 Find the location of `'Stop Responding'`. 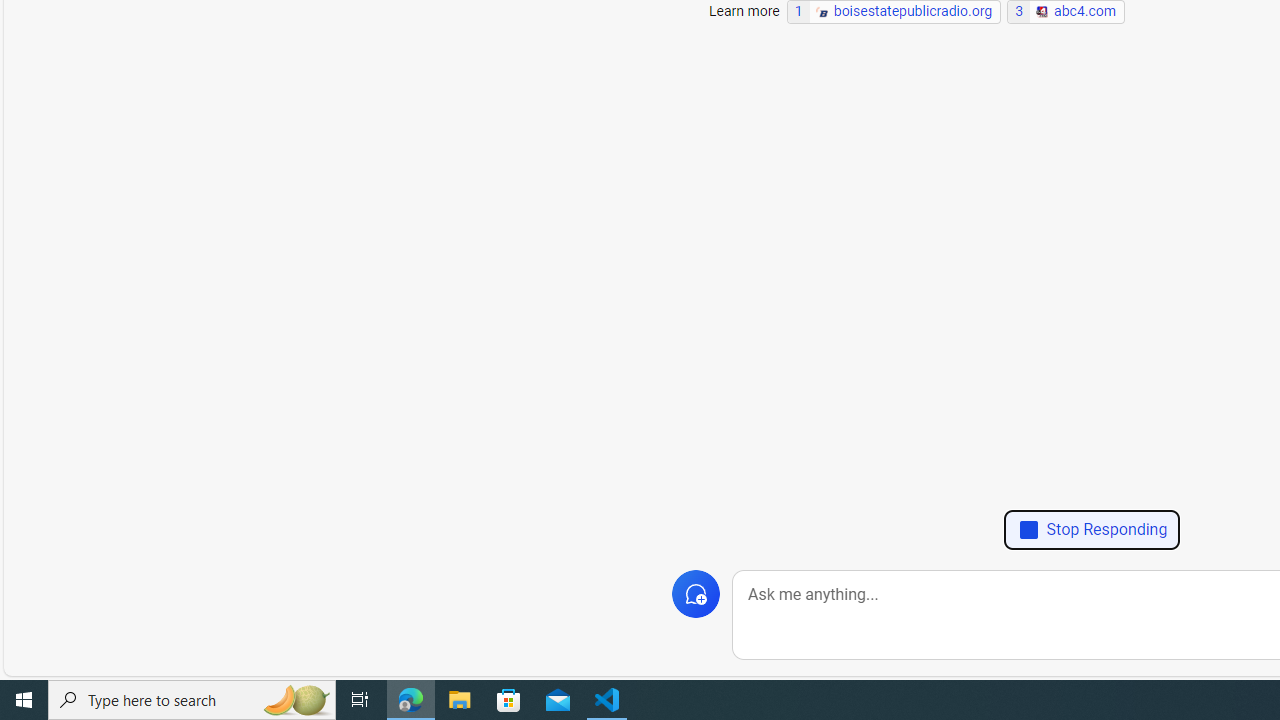

'Stop Responding' is located at coordinates (1091, 528).